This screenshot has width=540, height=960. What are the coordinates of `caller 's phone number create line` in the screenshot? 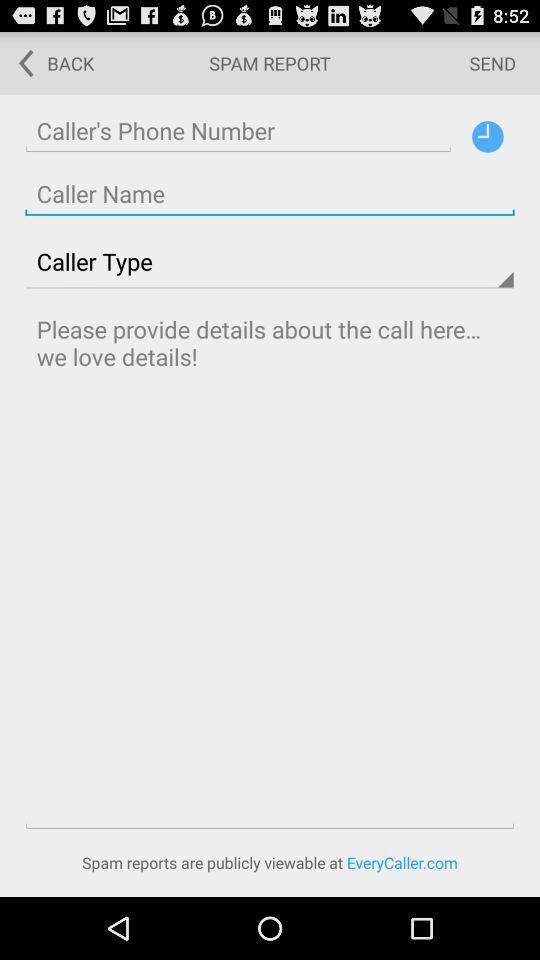 It's located at (238, 129).